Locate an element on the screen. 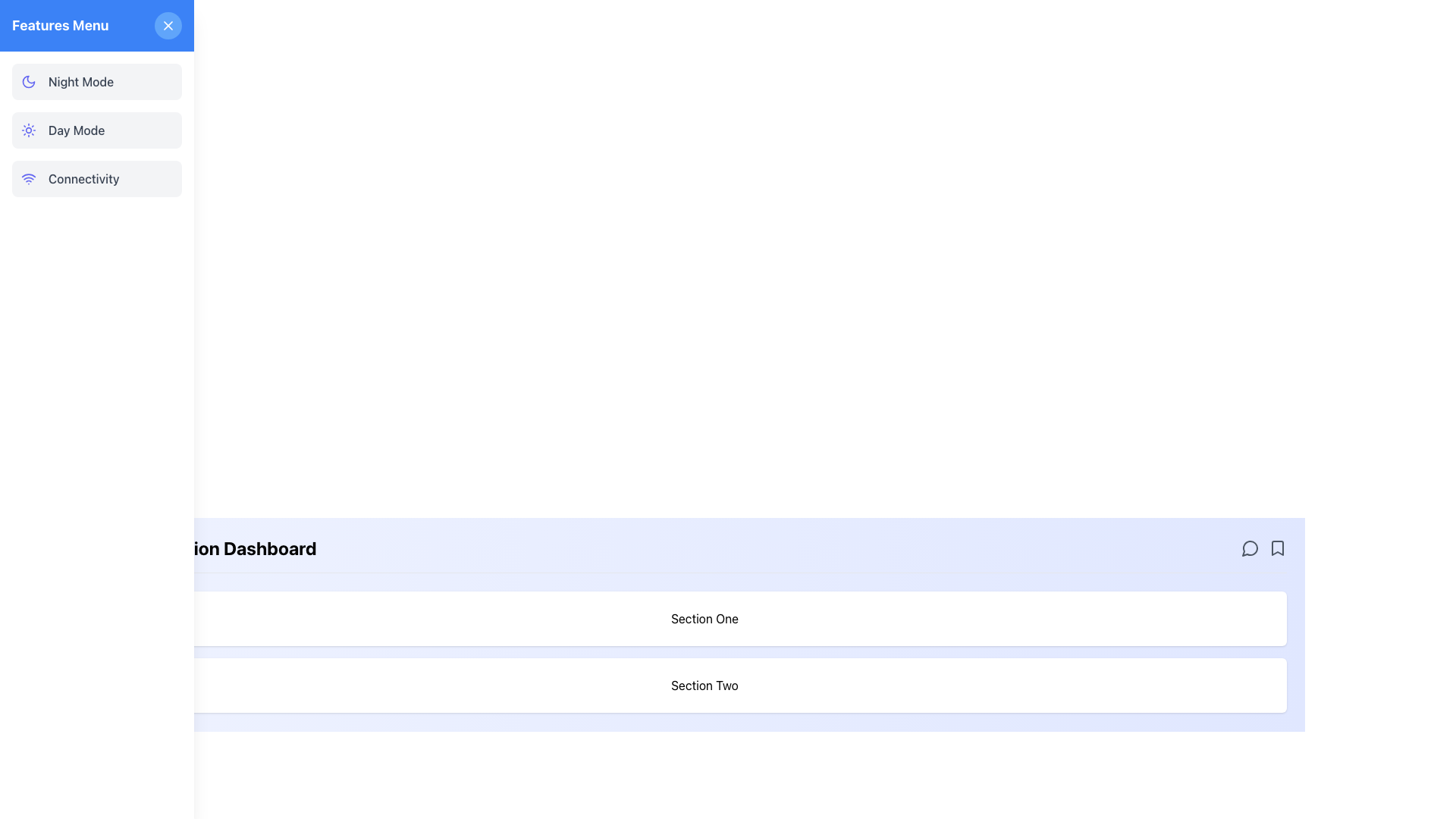 This screenshot has height=819, width=1456. the circular blue button with a white 'X' icon located in the upper-right corner of the 'Features Menu' bar to observe the background color change is located at coordinates (168, 26).